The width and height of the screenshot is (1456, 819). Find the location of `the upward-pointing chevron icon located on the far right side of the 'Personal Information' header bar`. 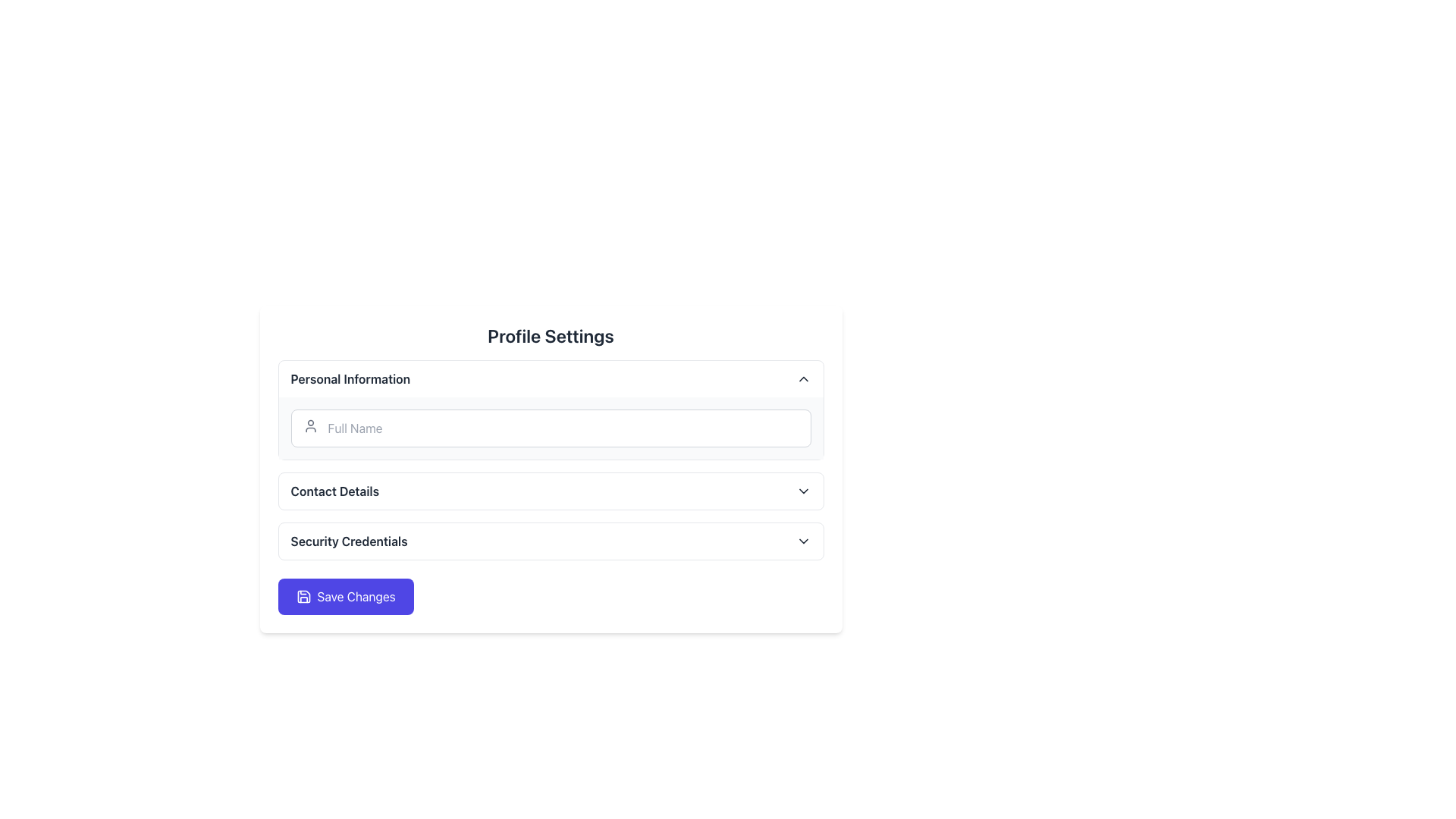

the upward-pointing chevron icon located on the far right side of the 'Personal Information' header bar is located at coordinates (802, 378).